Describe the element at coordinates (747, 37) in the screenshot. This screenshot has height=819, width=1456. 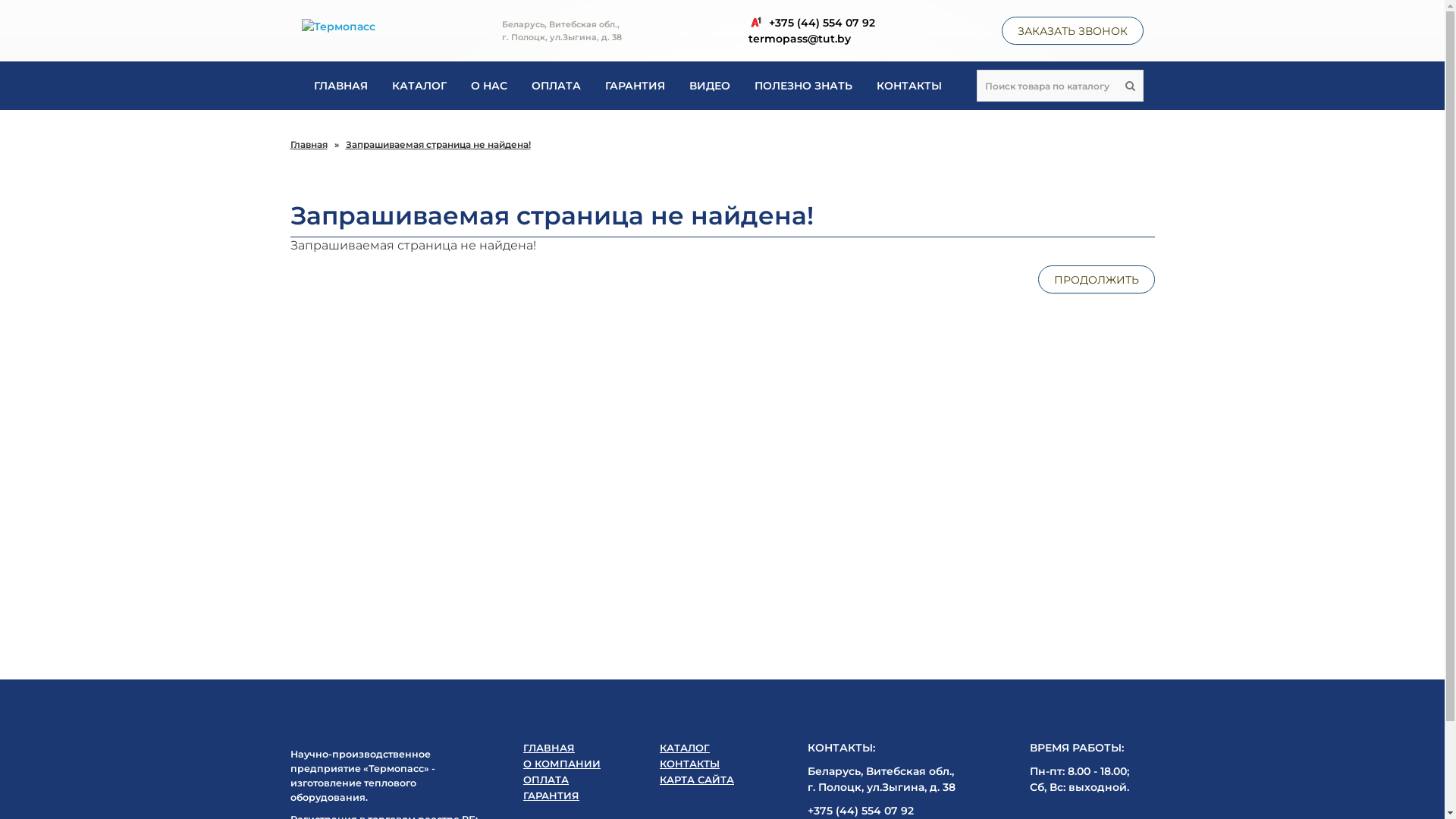
I see `'termopass@tut.by'` at that location.